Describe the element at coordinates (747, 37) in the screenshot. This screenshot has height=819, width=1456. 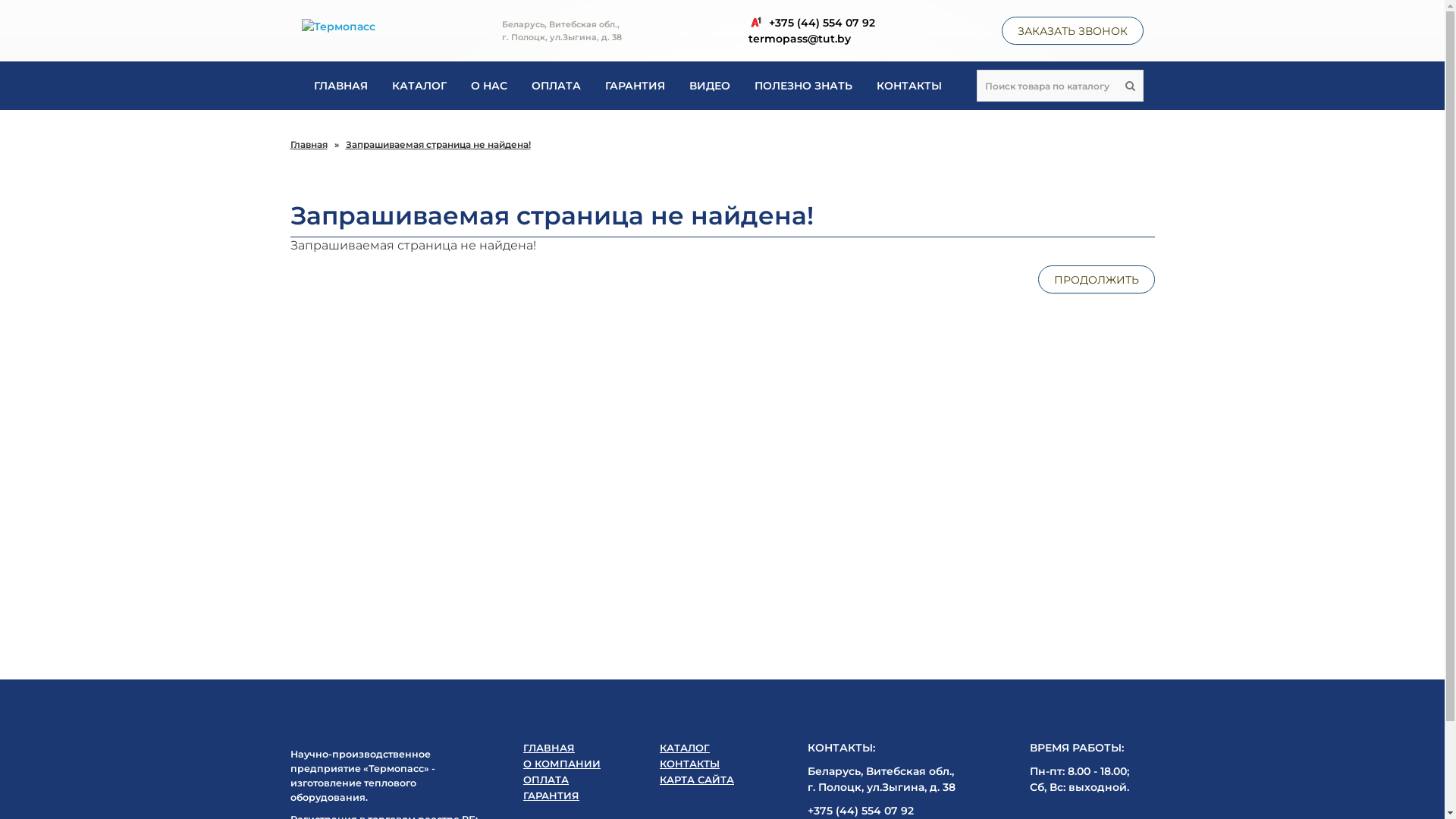
I see `'termopass@tut.by'` at that location.